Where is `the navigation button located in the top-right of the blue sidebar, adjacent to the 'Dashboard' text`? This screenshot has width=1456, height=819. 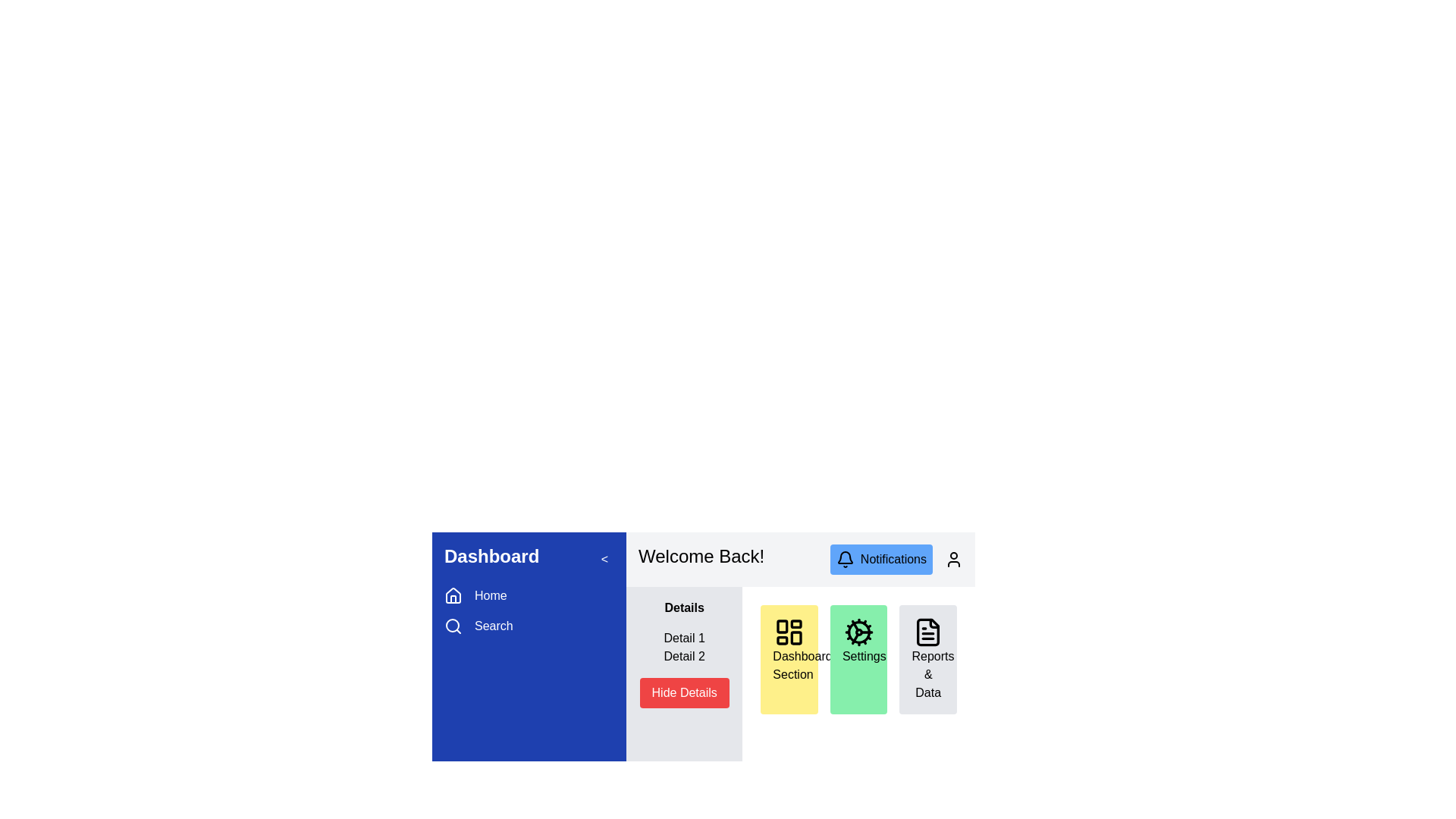 the navigation button located in the top-right of the blue sidebar, adjacent to the 'Dashboard' text is located at coordinates (603, 559).